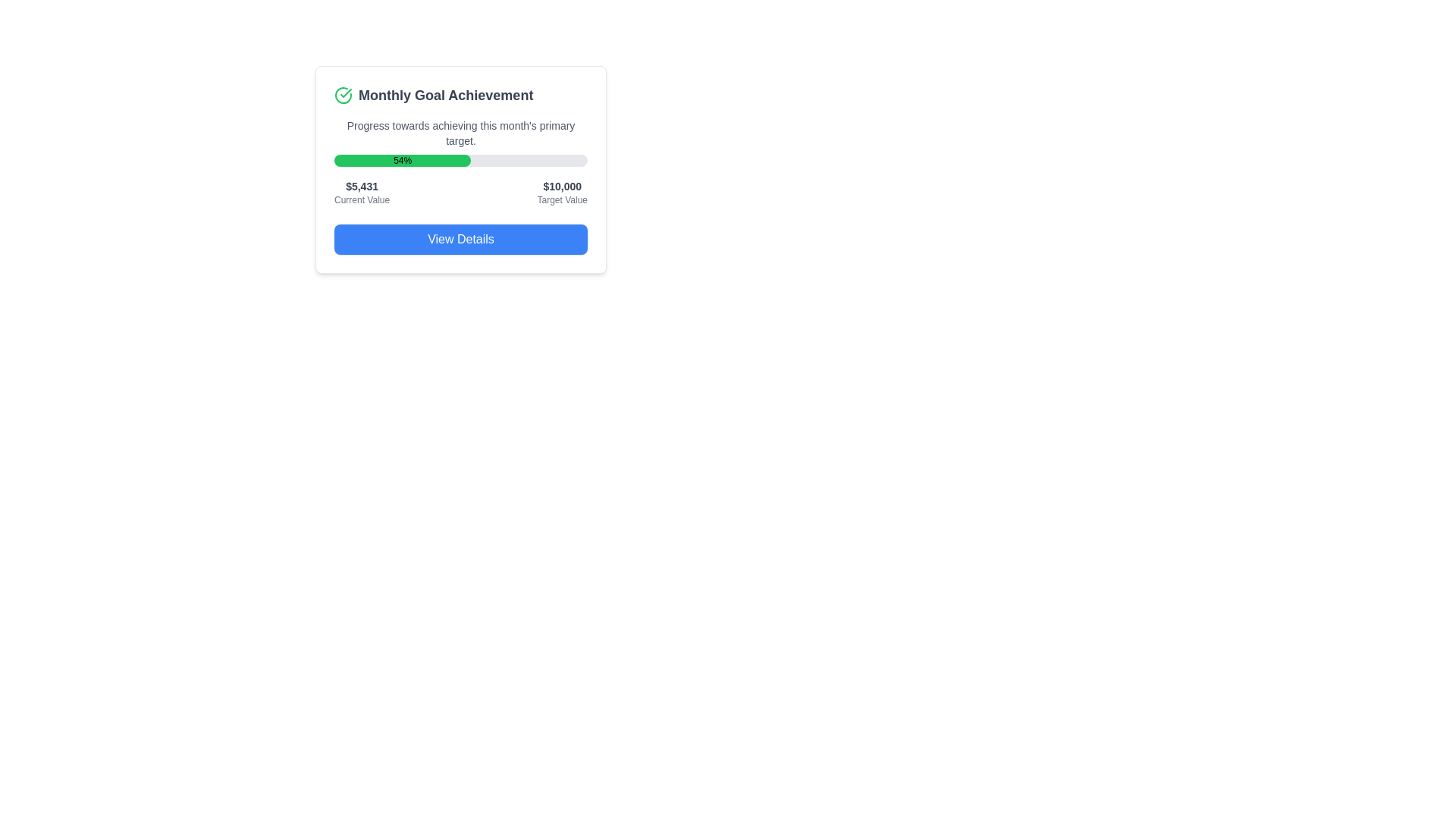 This screenshot has height=819, width=1456. What do you see at coordinates (445, 96) in the screenshot?
I see `Text header that serves as a title for the monthly goals information, located in the card interface to the right of a green checkmark icon` at bounding box center [445, 96].